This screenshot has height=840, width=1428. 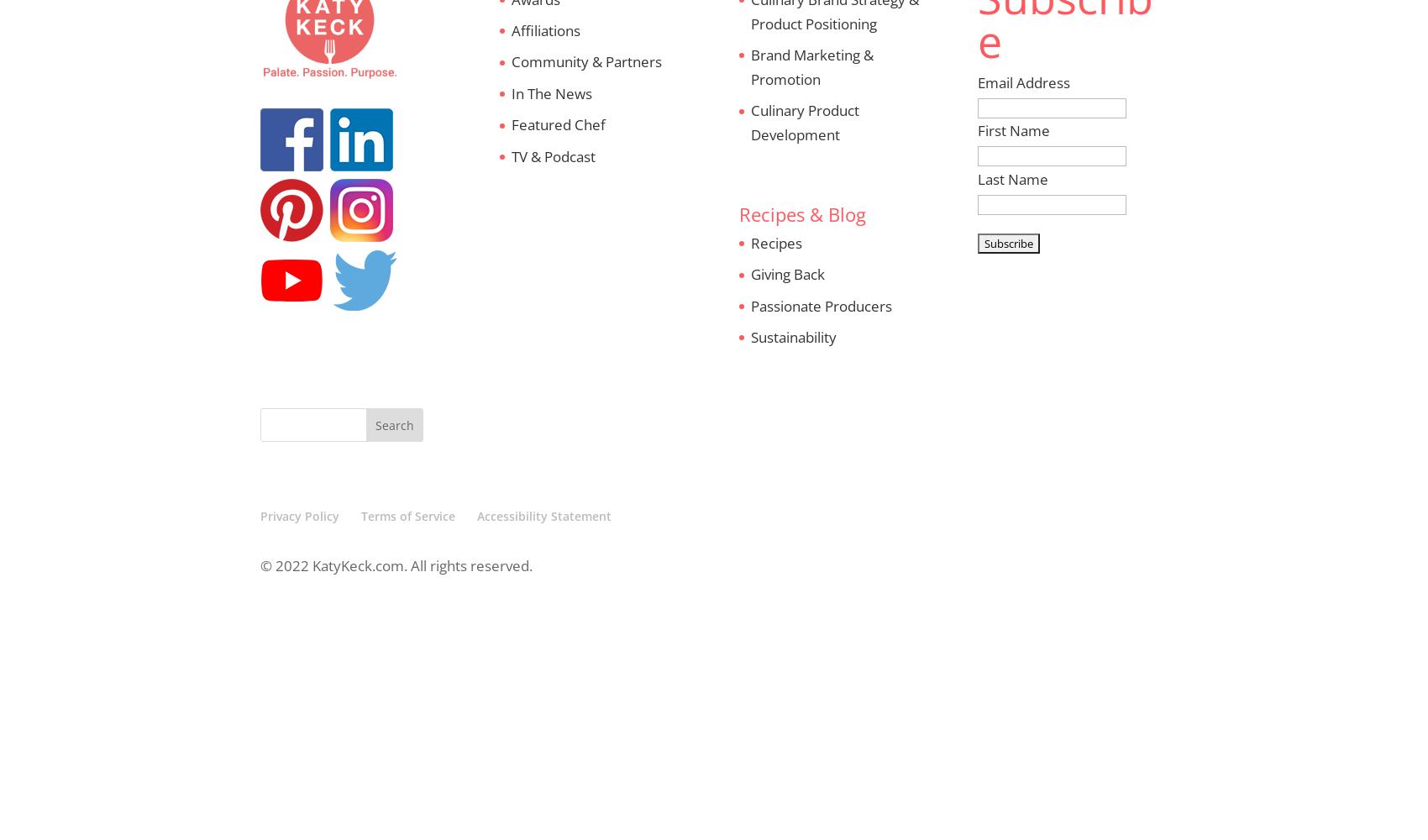 I want to click on 'Culinary Product Development', so click(x=803, y=123).